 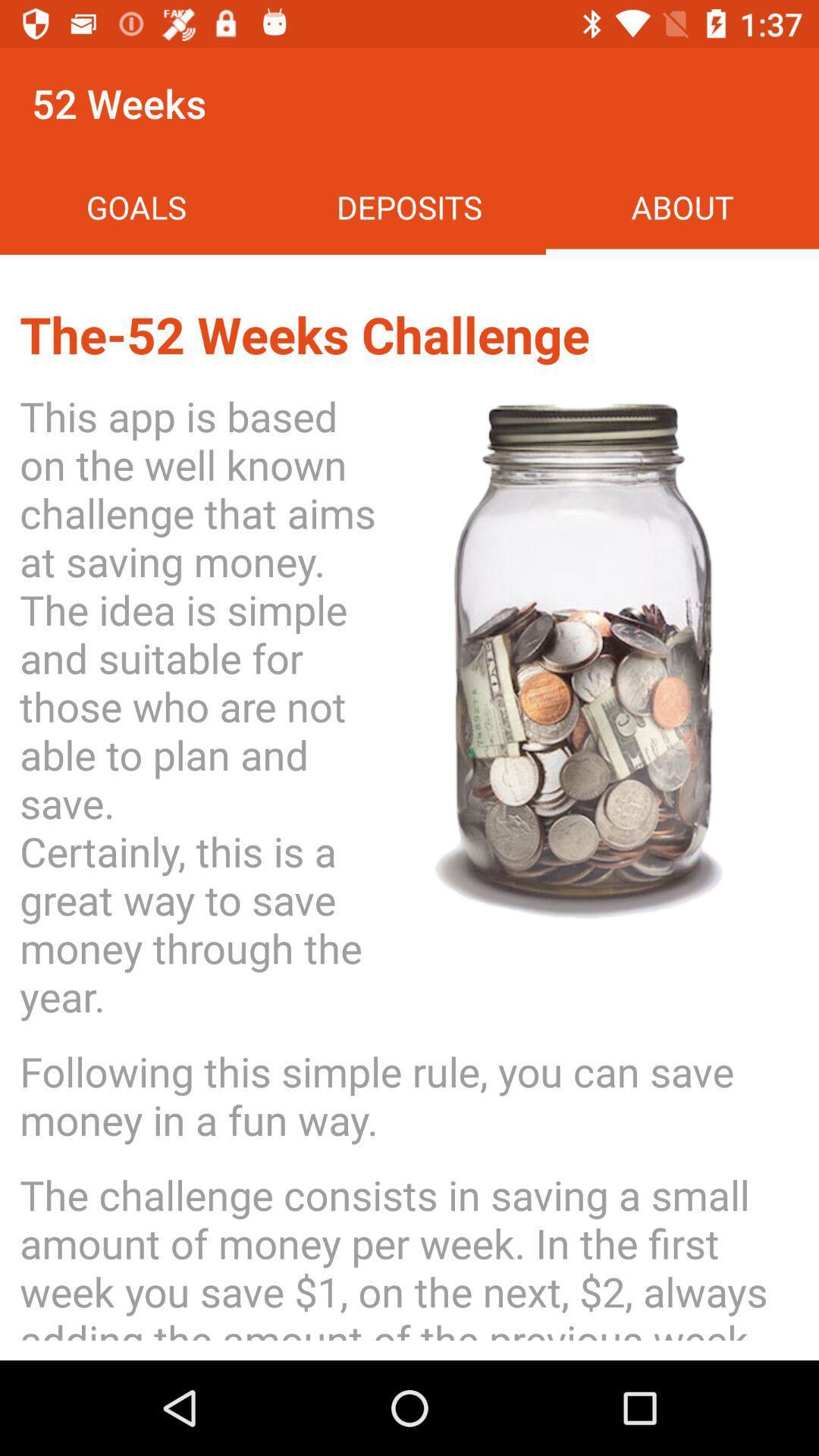 I want to click on the about at the top right corner, so click(x=681, y=206).